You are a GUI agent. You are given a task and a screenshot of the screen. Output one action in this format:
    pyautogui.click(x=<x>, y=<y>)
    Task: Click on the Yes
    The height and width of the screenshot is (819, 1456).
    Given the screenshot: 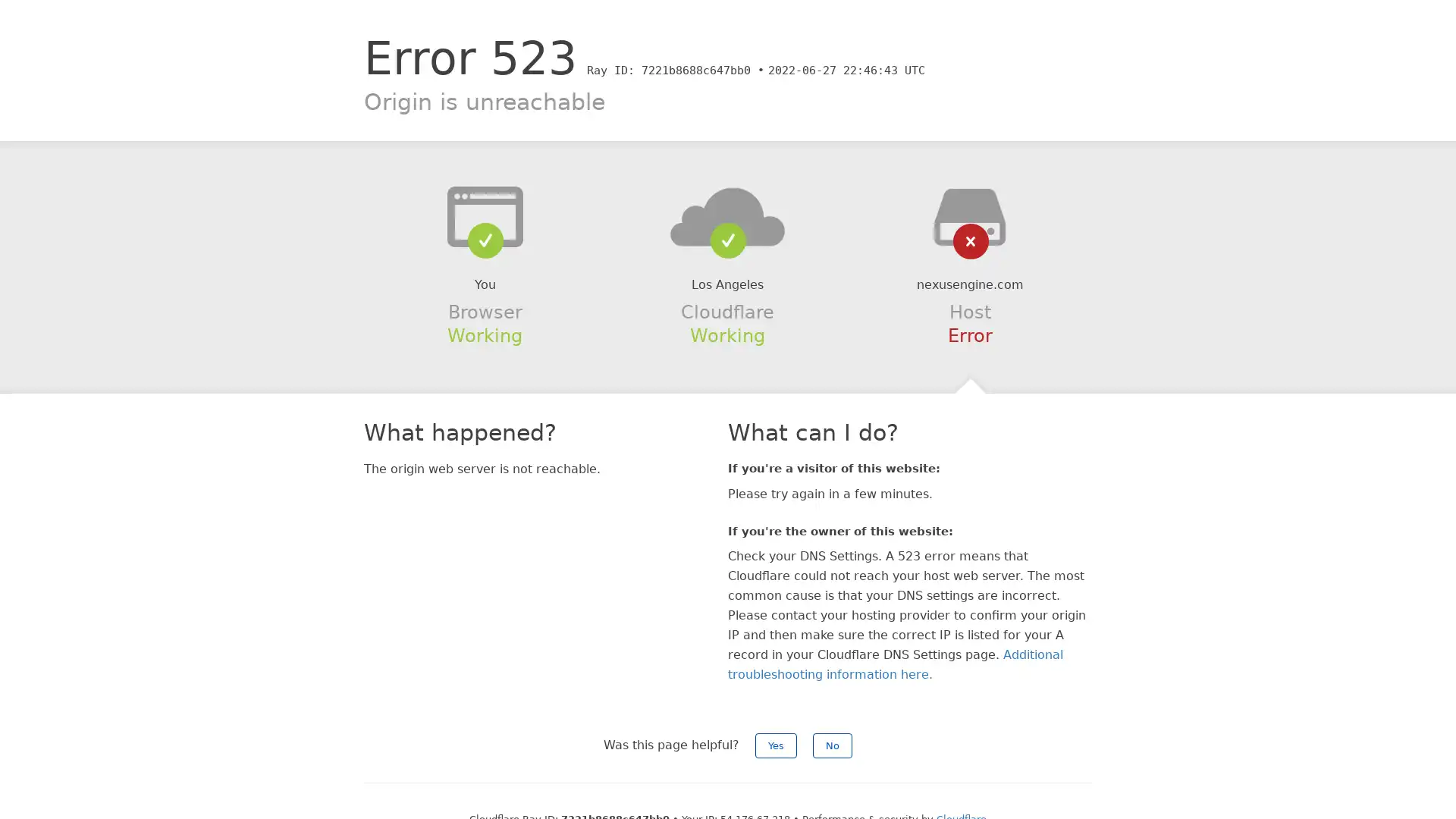 What is the action you would take?
    pyautogui.click(x=776, y=745)
    